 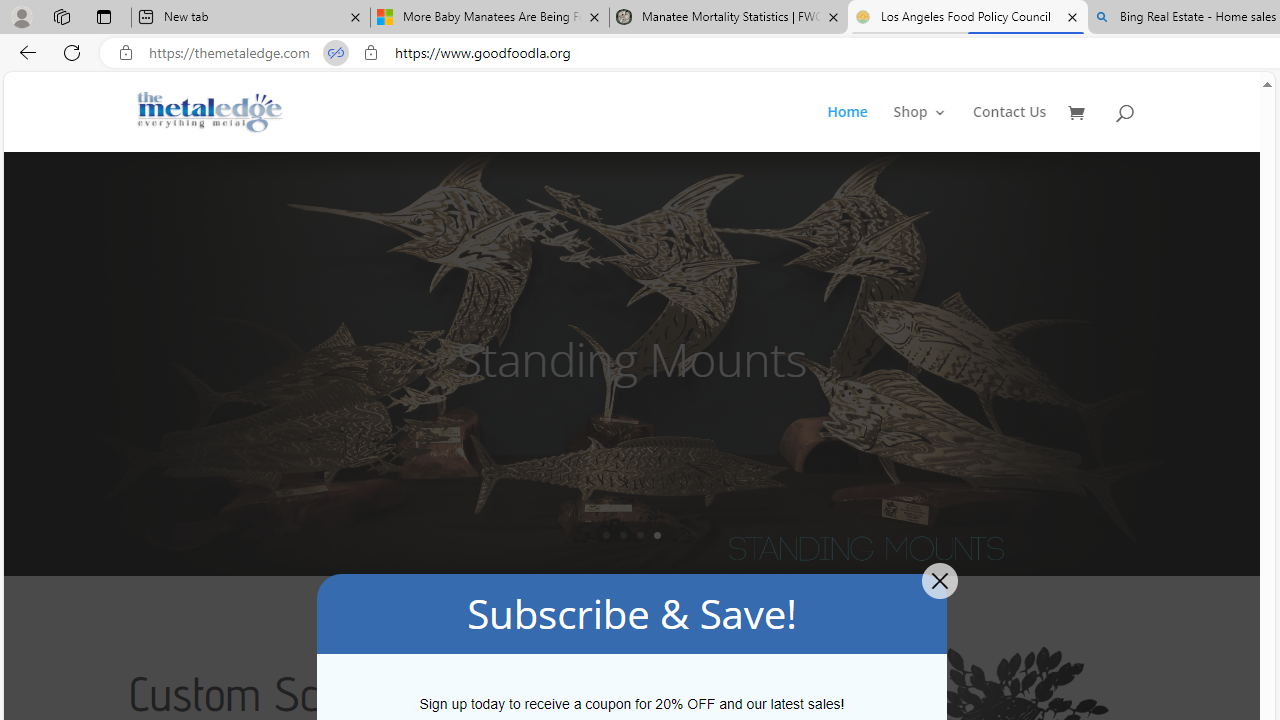 I want to click on 'Personal Profile', so click(x=21, y=16).